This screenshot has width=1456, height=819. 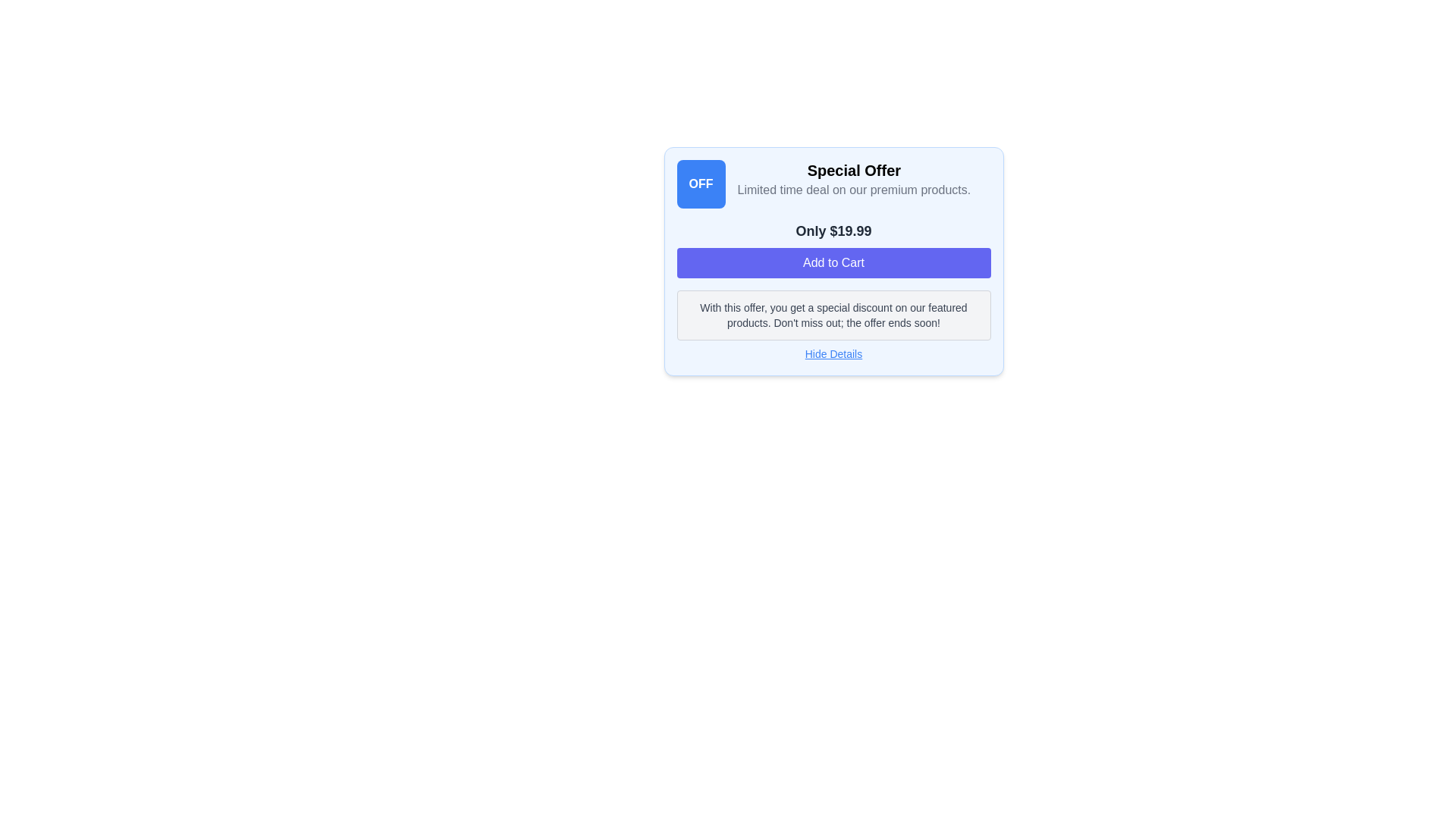 I want to click on the second text item that provides details about the promotional offer, located beneath the bold 'Special Offer' text in the upper portion of the promotional card, so click(x=854, y=189).